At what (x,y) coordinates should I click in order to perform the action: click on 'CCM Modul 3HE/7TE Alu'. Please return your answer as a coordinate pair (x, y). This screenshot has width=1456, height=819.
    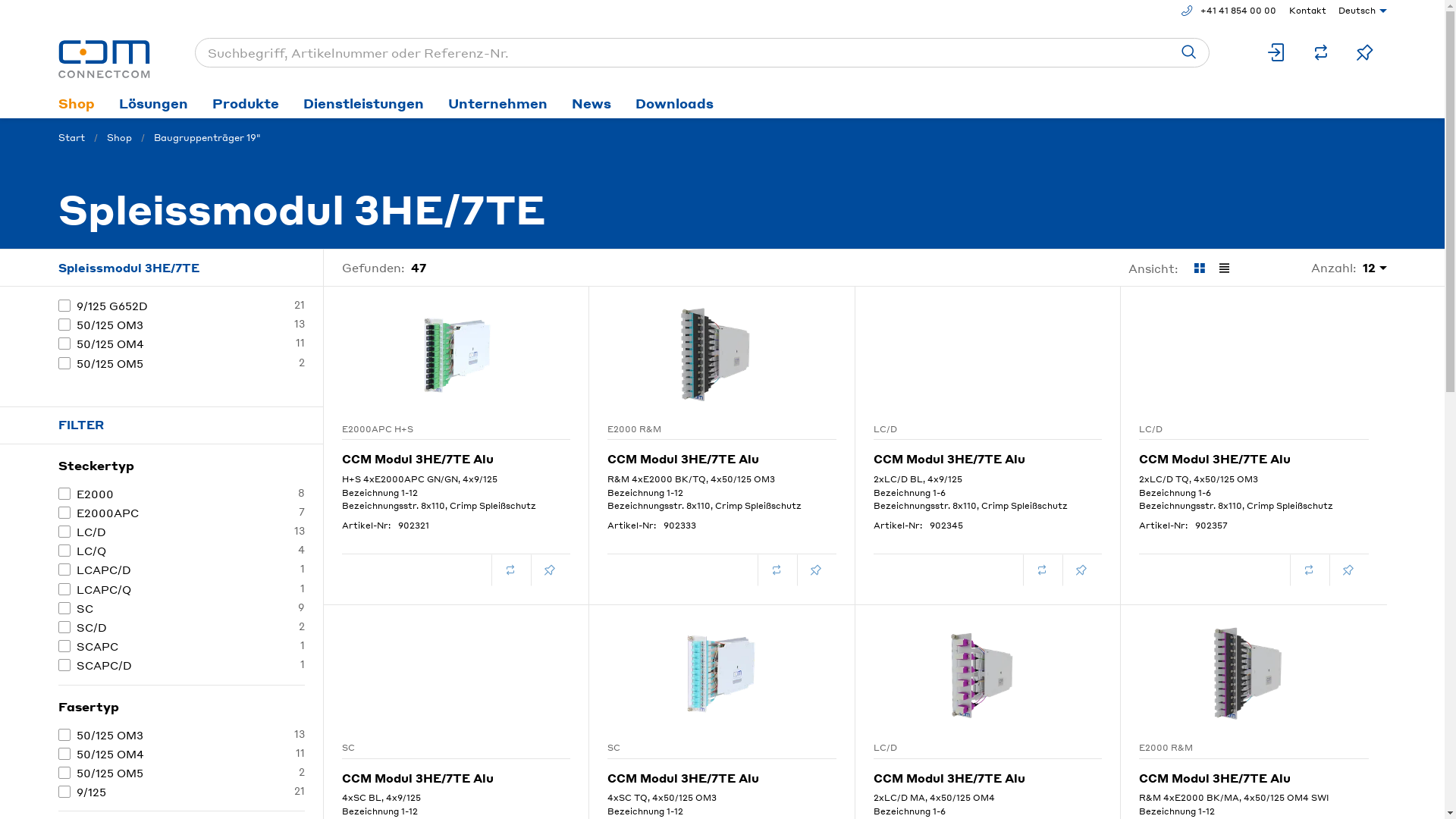
    Looking at the image, I should click on (454, 452).